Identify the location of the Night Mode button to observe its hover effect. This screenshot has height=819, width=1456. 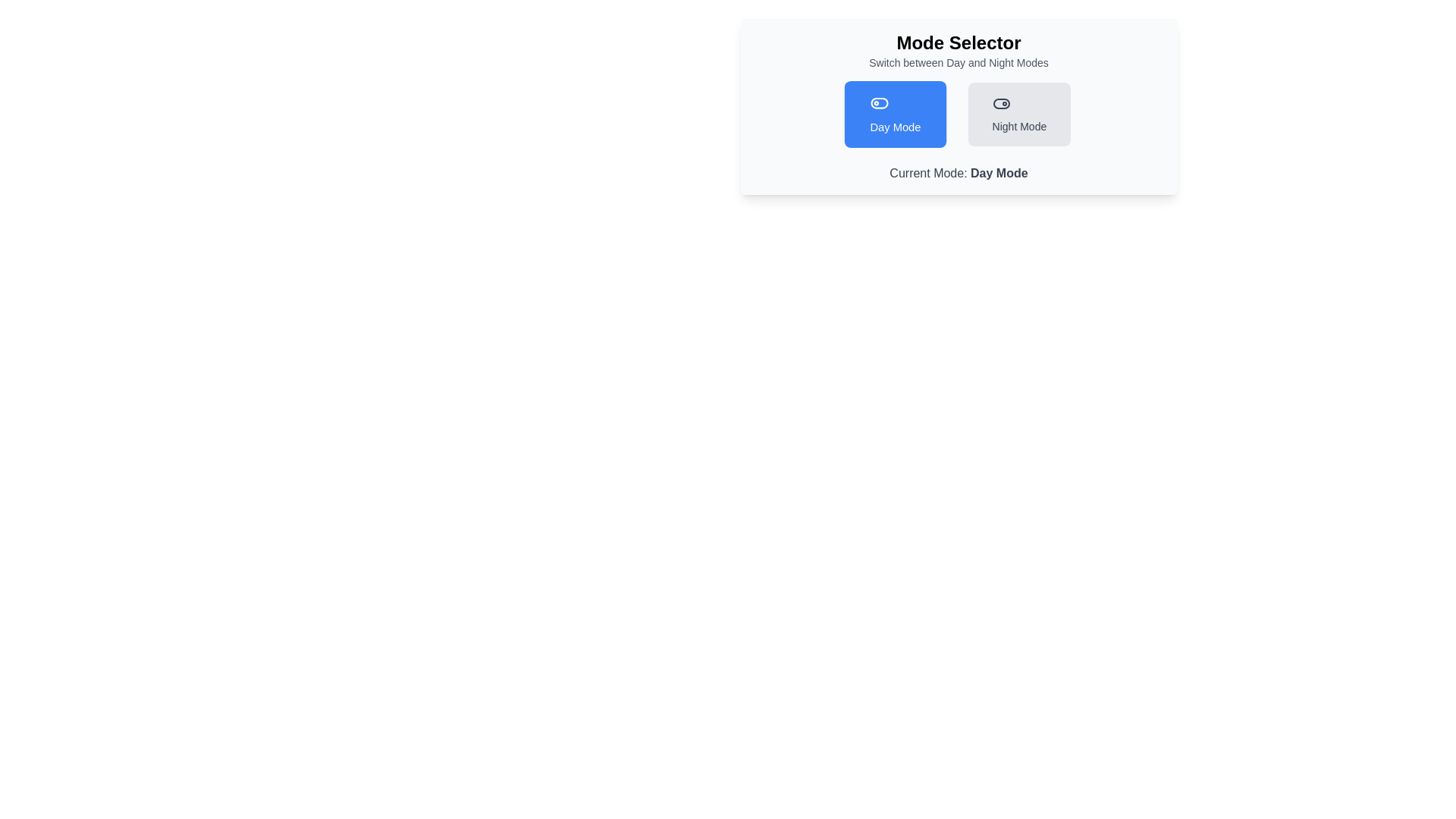
(1019, 113).